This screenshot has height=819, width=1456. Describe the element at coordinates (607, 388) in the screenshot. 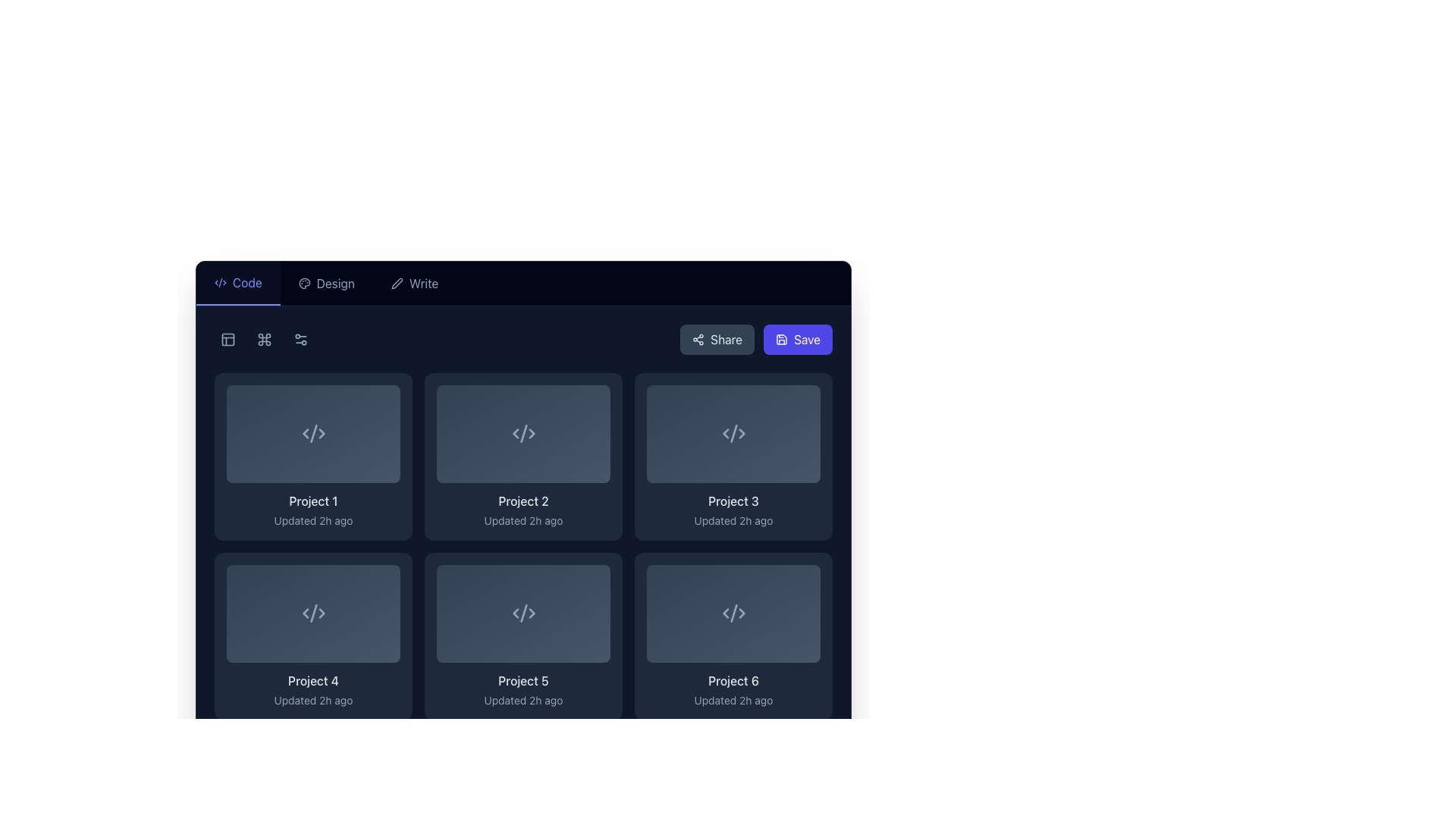

I see `the button with a layers icon located in the top-right corner of the second project card, which is a small, interactive, rounded rectangle with a hover effect` at that location.